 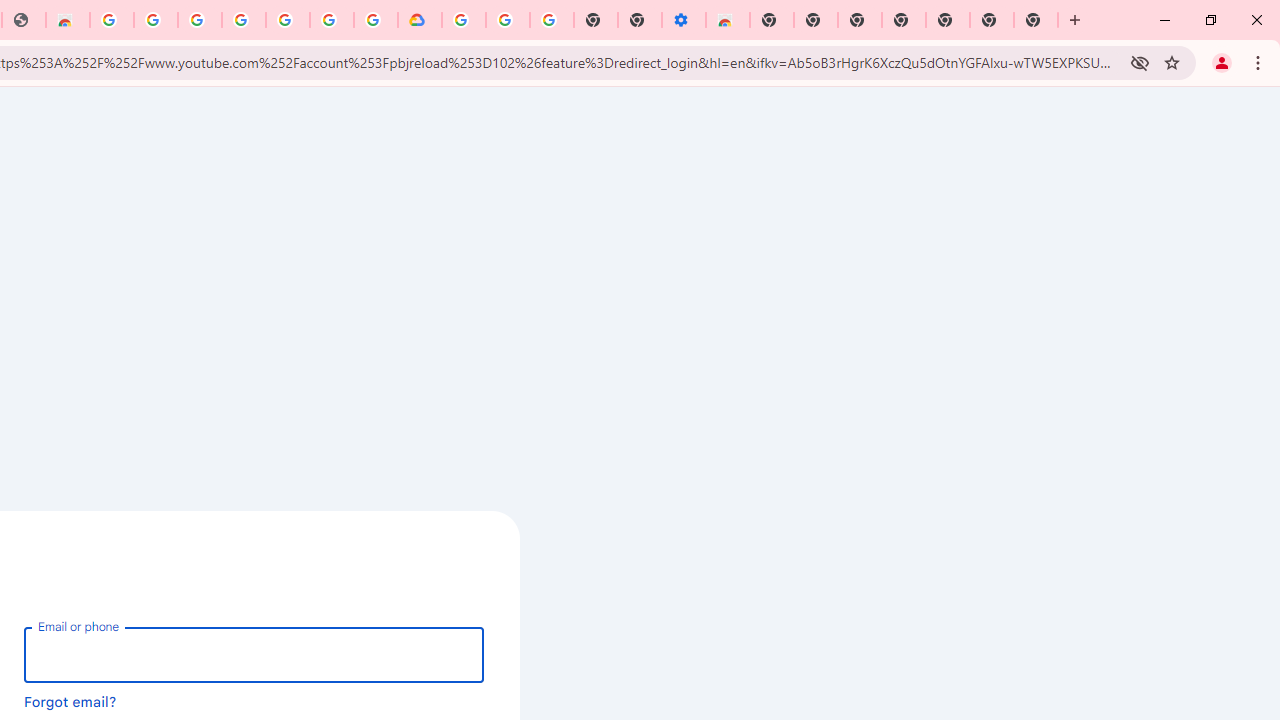 What do you see at coordinates (684, 20) in the screenshot?
I see `'Settings - Accessibility'` at bounding box center [684, 20].